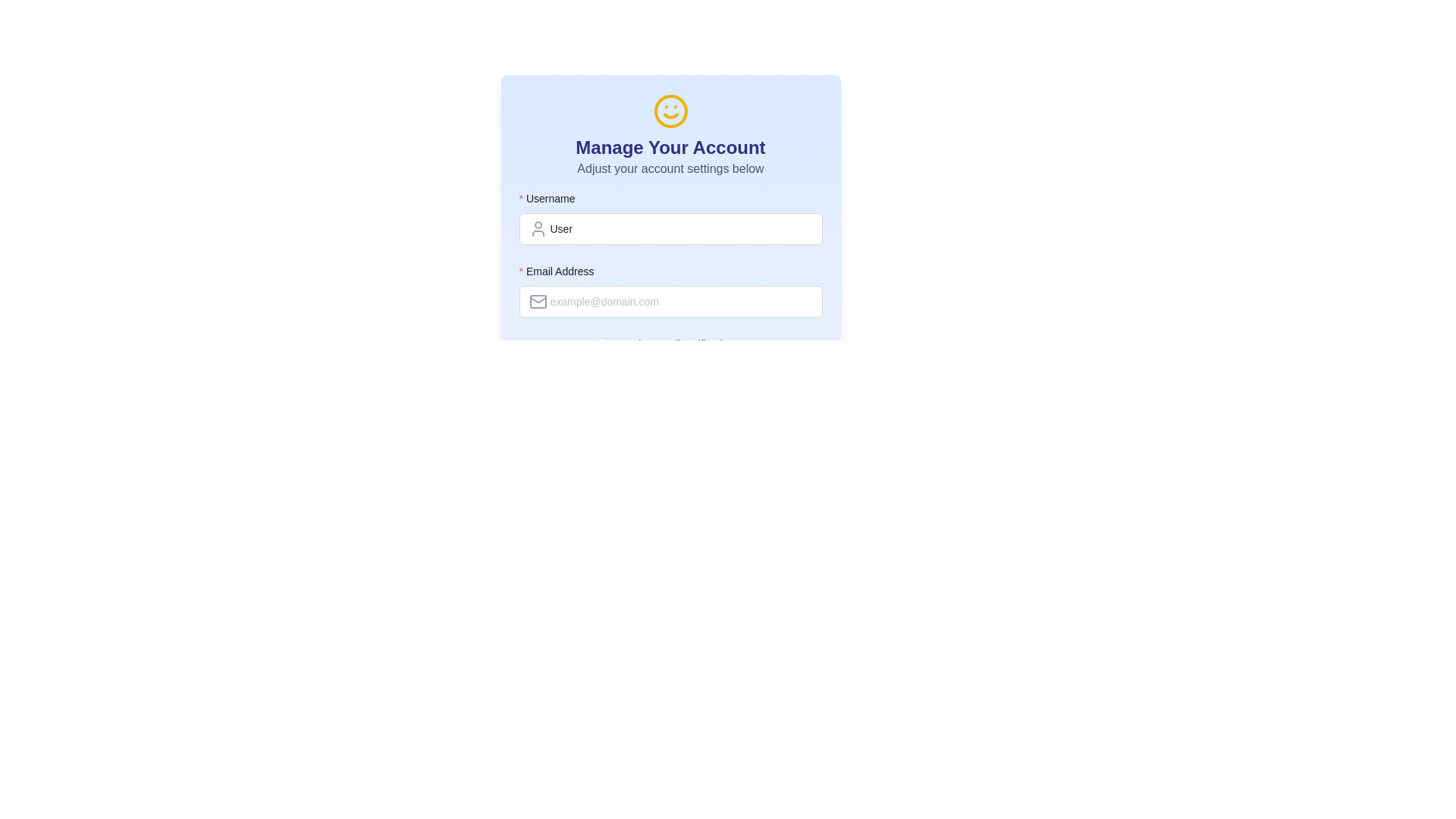 This screenshot has width=1456, height=819. I want to click on the text inside the email input field, which is centrally located below the 'Email Address' label, so click(670, 301).